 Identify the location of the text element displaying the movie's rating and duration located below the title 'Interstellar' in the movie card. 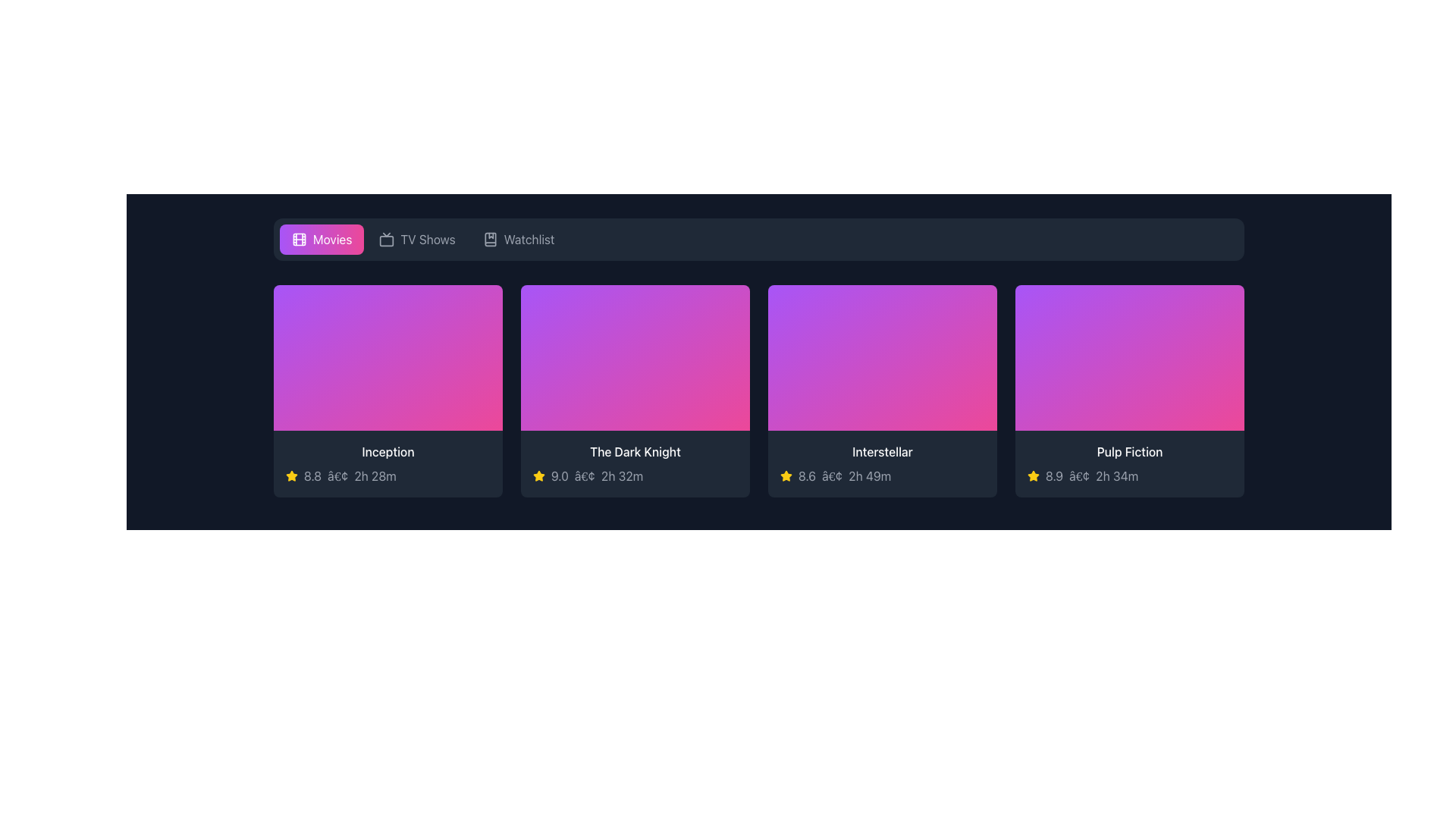
(882, 475).